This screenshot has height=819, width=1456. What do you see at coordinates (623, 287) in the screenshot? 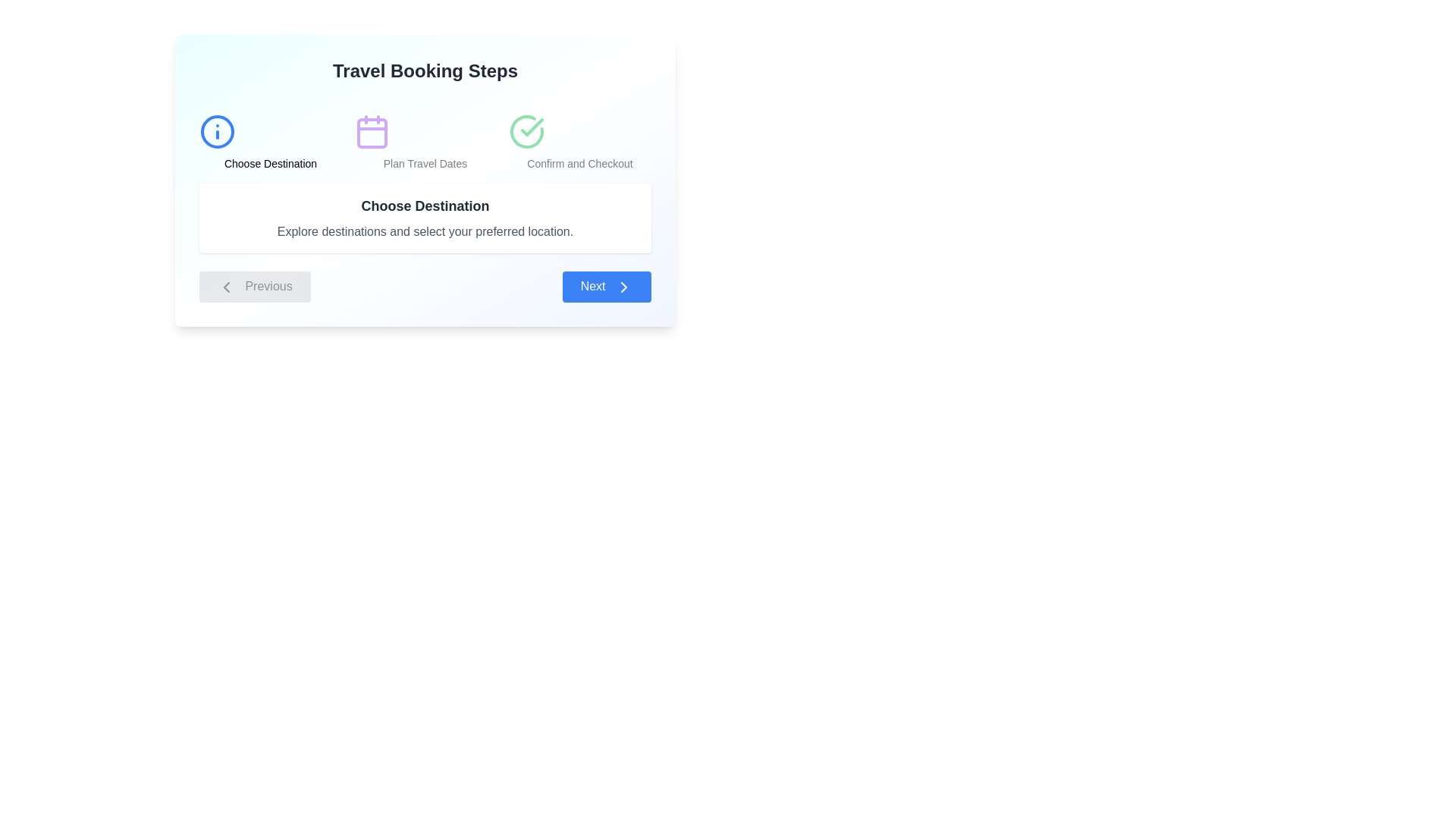
I see `the forward navigation icon located to the right of the 'Next' text within the blue 'Next' button at the bottom-right corner of the interface` at bounding box center [623, 287].